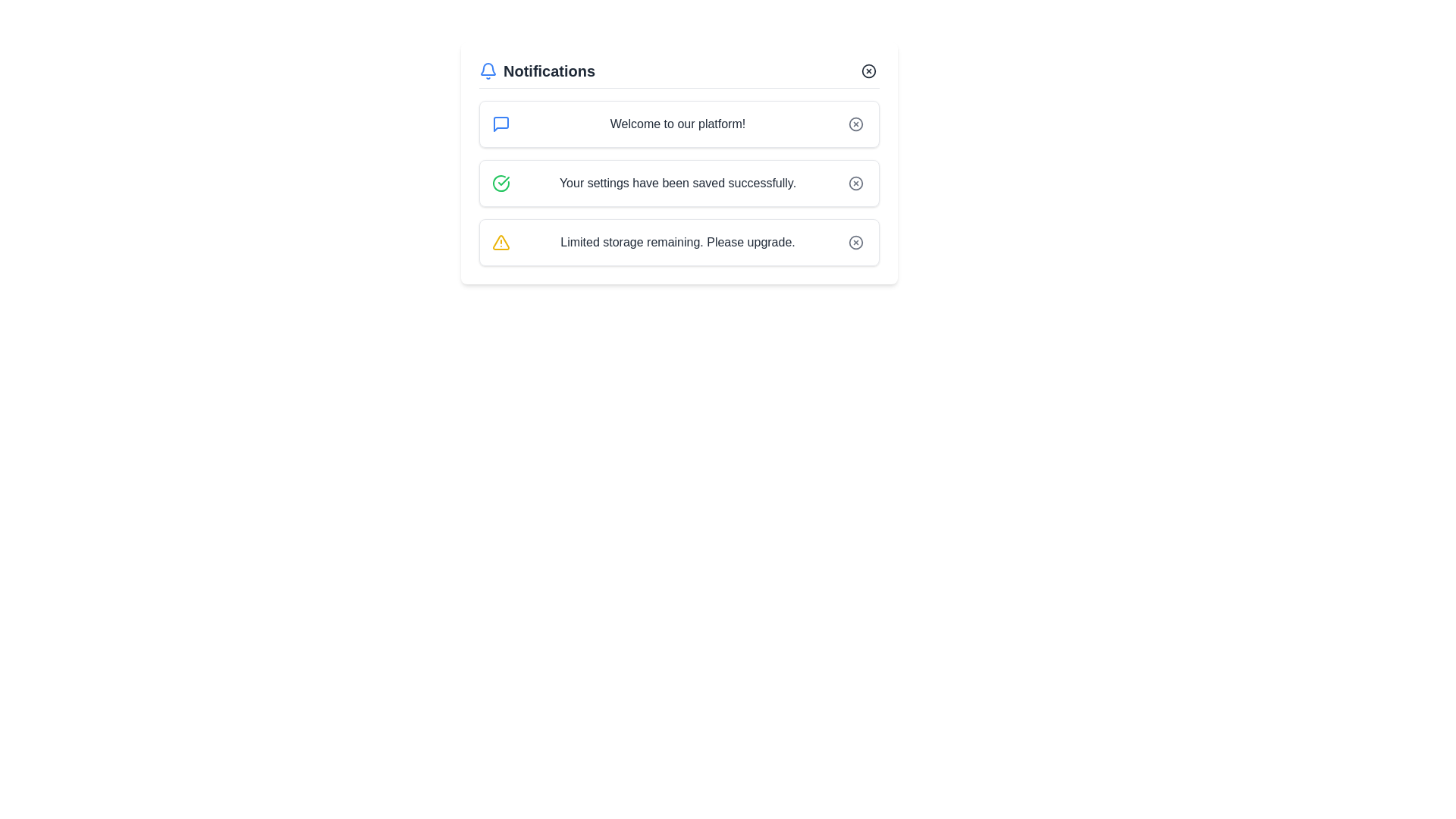 Image resolution: width=1456 pixels, height=819 pixels. I want to click on the warning icon located at the top-left corner of the notification card indicating 'Limited storage remaining. Please upgrade.', so click(501, 242).